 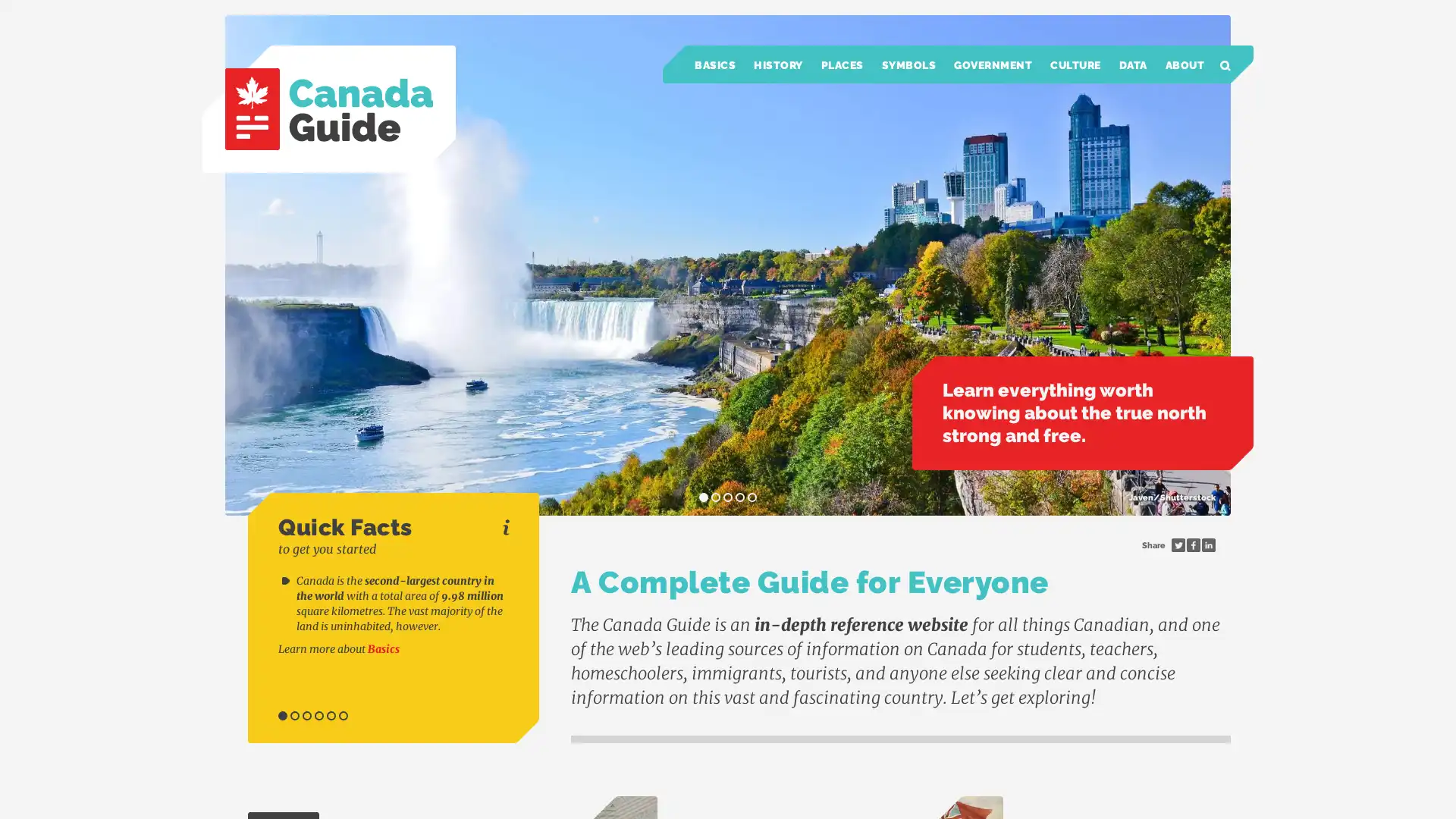 I want to click on Go to slide 1, so click(x=702, y=497).